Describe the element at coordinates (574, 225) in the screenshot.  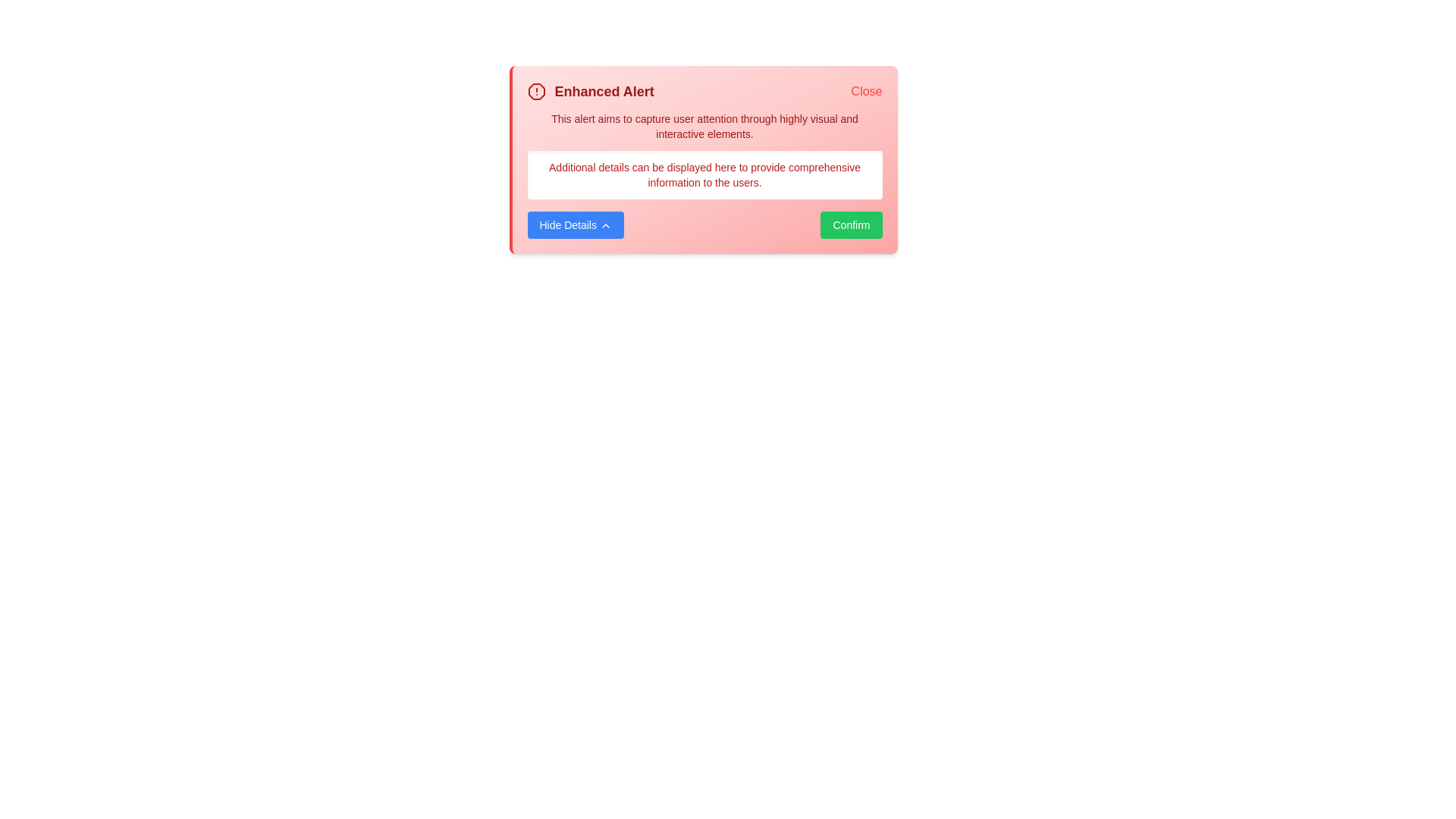
I see `the 'Hide Details' button to toggle the visibility of additional details` at that location.